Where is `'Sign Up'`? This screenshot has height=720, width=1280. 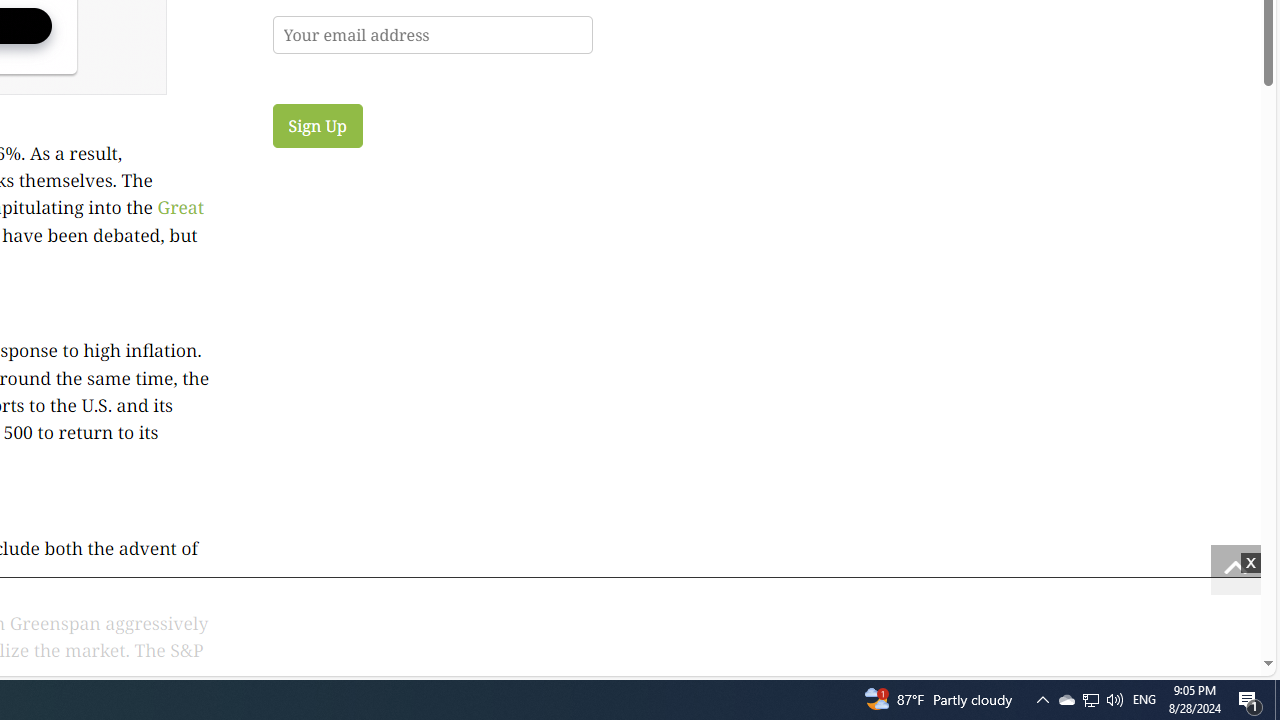
'Sign Up' is located at coordinates (316, 125).